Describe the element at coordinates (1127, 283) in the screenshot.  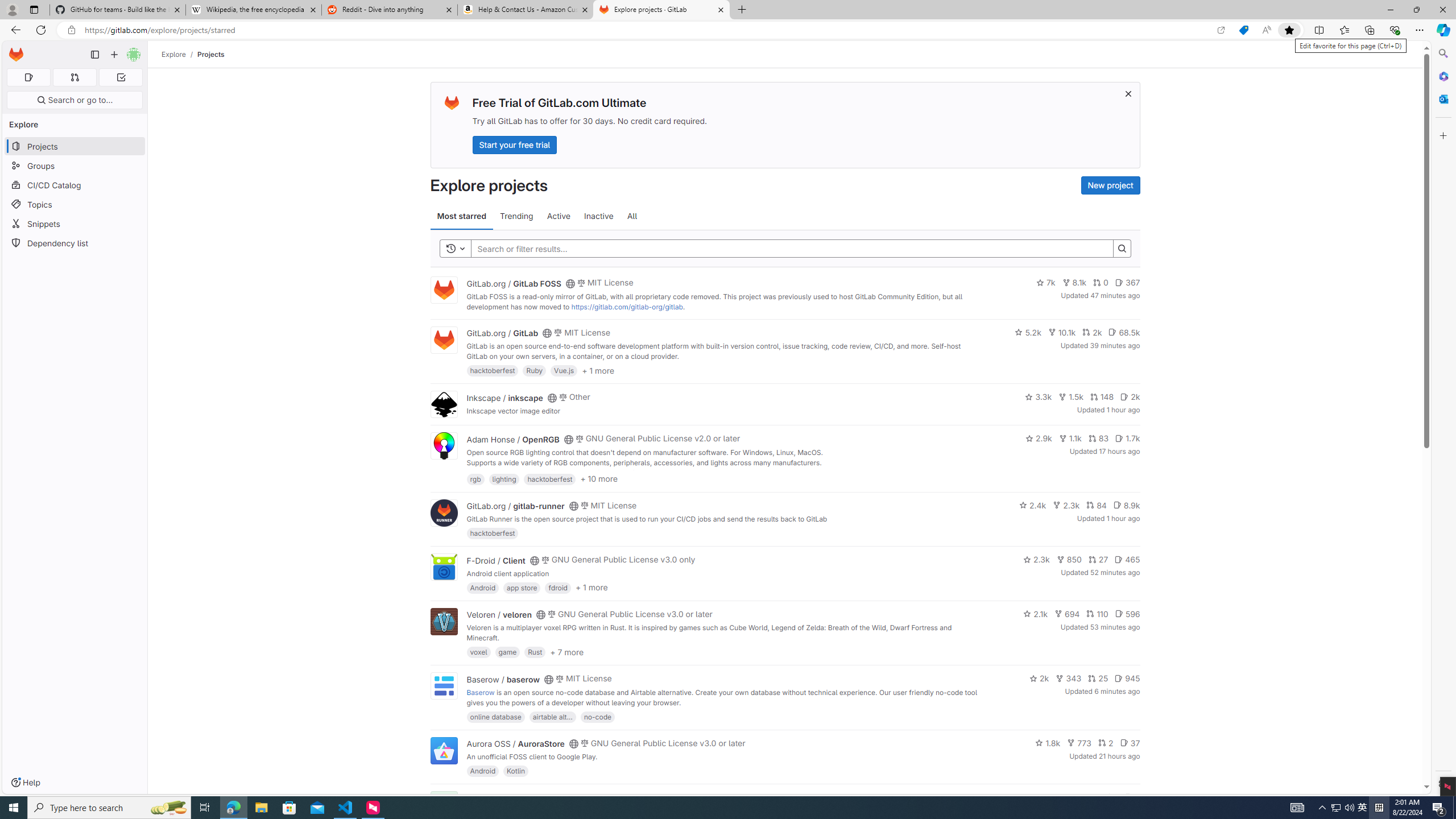
I see `'367'` at that location.